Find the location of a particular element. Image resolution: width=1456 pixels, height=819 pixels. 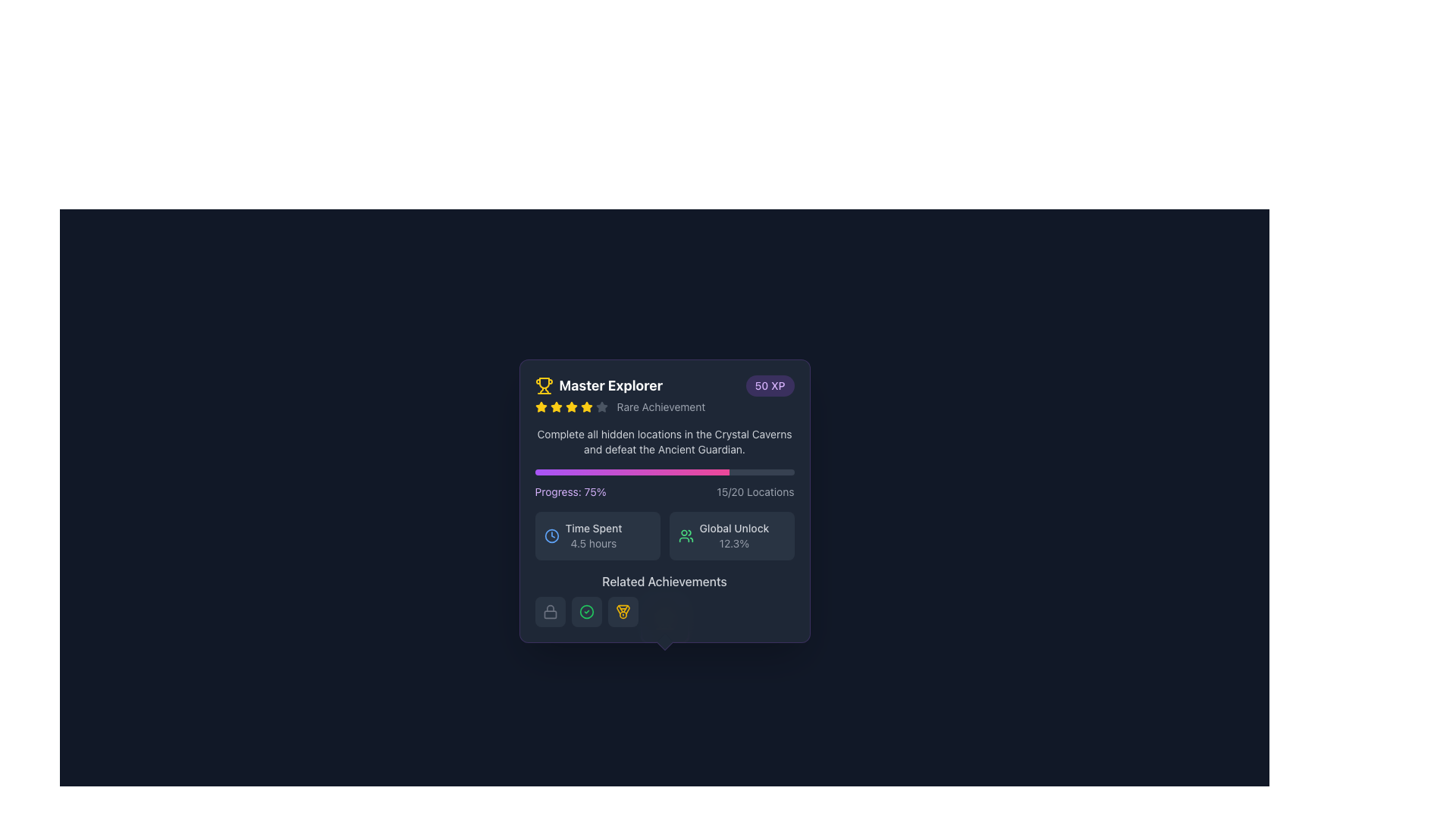

the circular button-like component with a gradient background transitioning from purple to pink, located below the 'Related Achievements' section and centered under the 'Master Explorer' achievement is located at coordinates (664, 619).